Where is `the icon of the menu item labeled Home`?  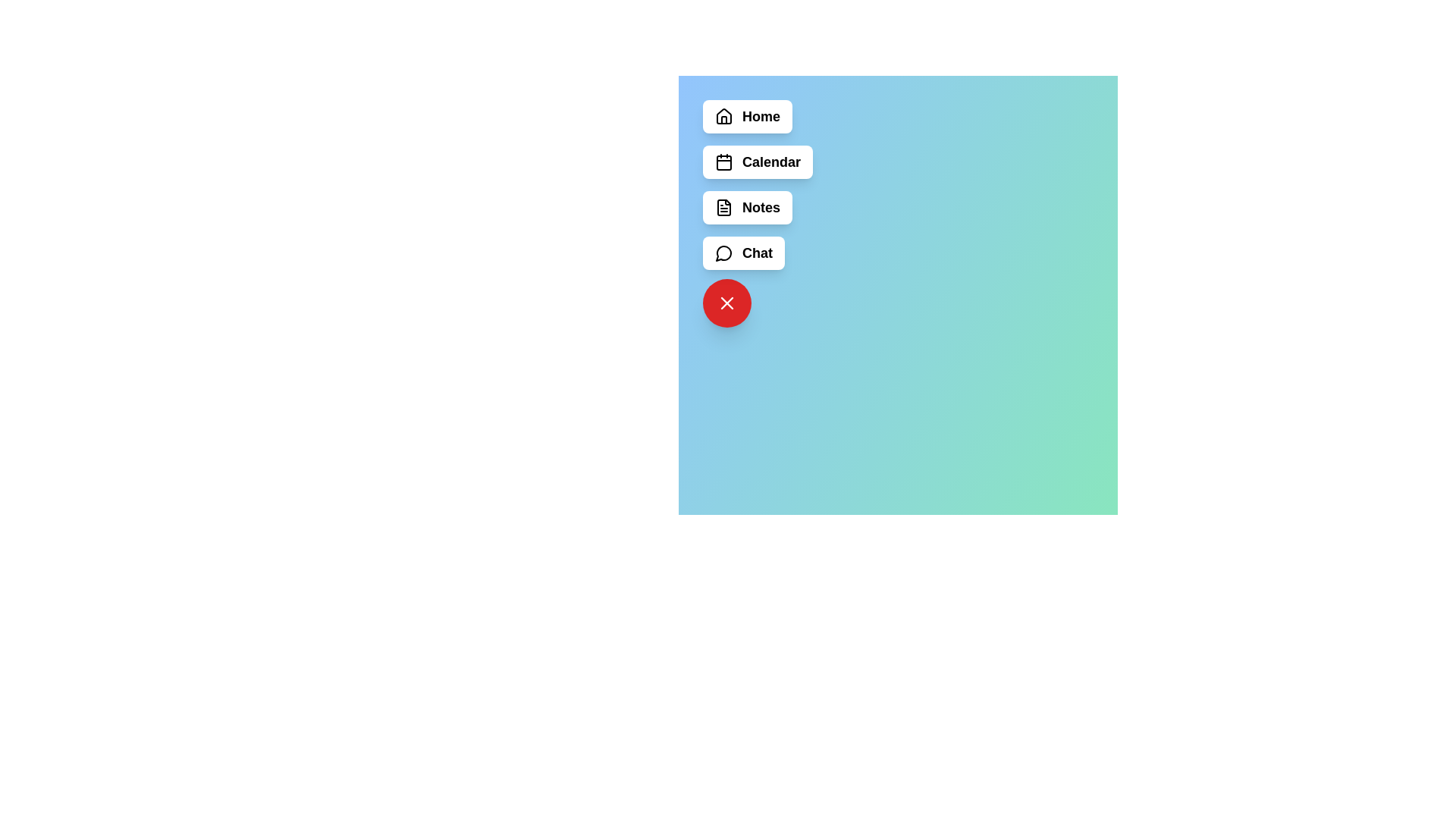 the icon of the menu item labeled Home is located at coordinates (723, 116).